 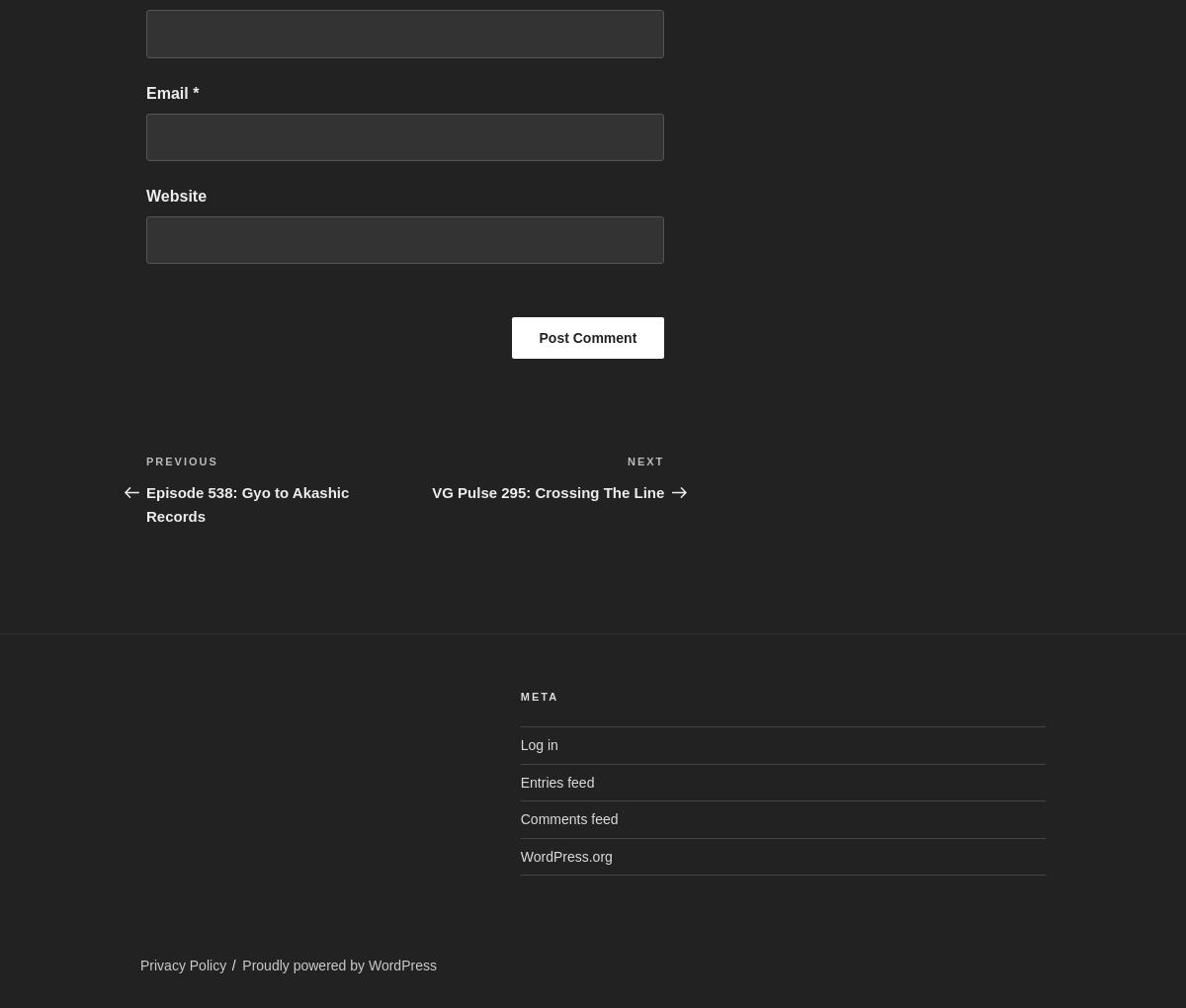 What do you see at coordinates (564, 854) in the screenshot?
I see `'WordPress.org'` at bounding box center [564, 854].